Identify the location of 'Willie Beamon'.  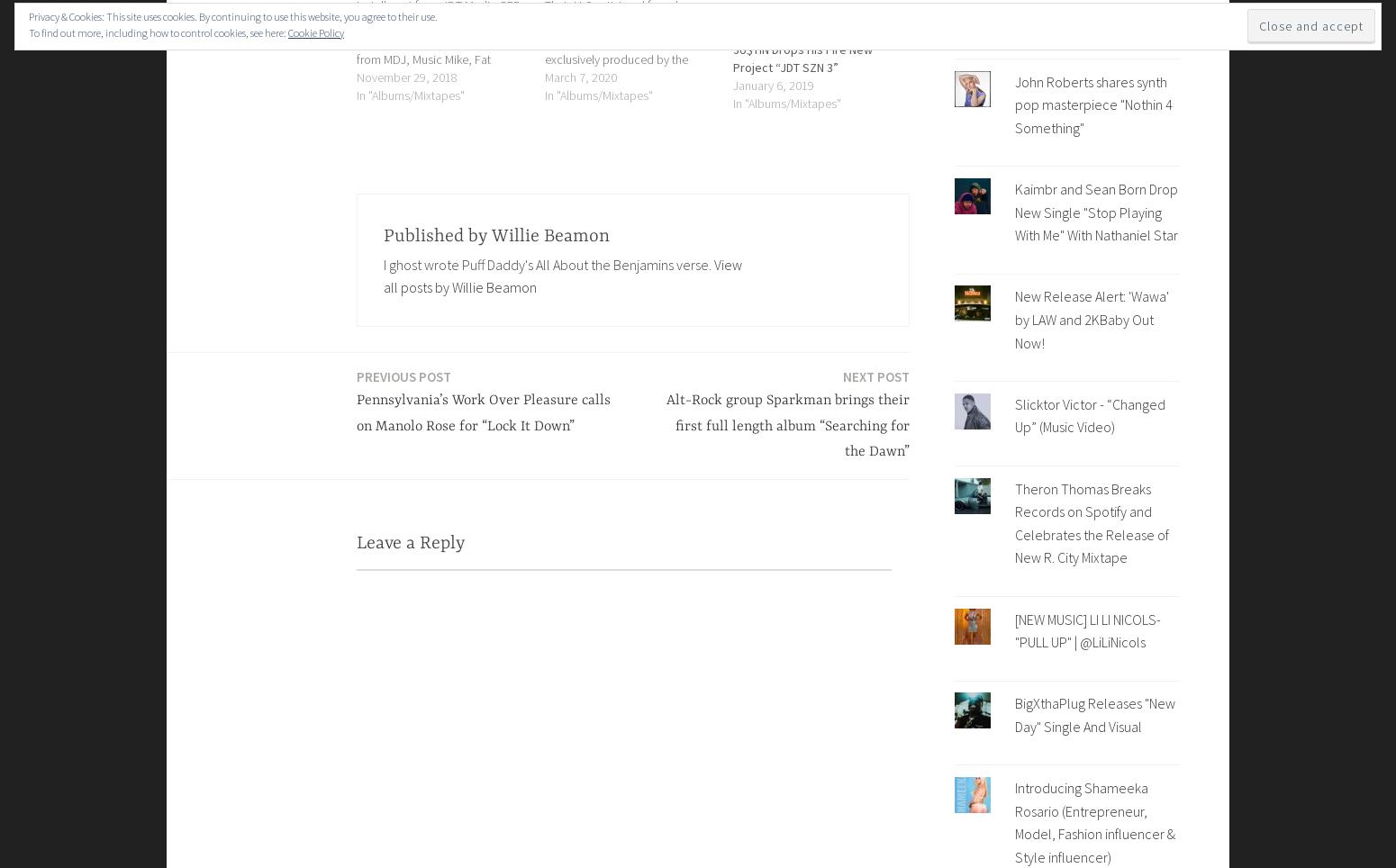
(490, 234).